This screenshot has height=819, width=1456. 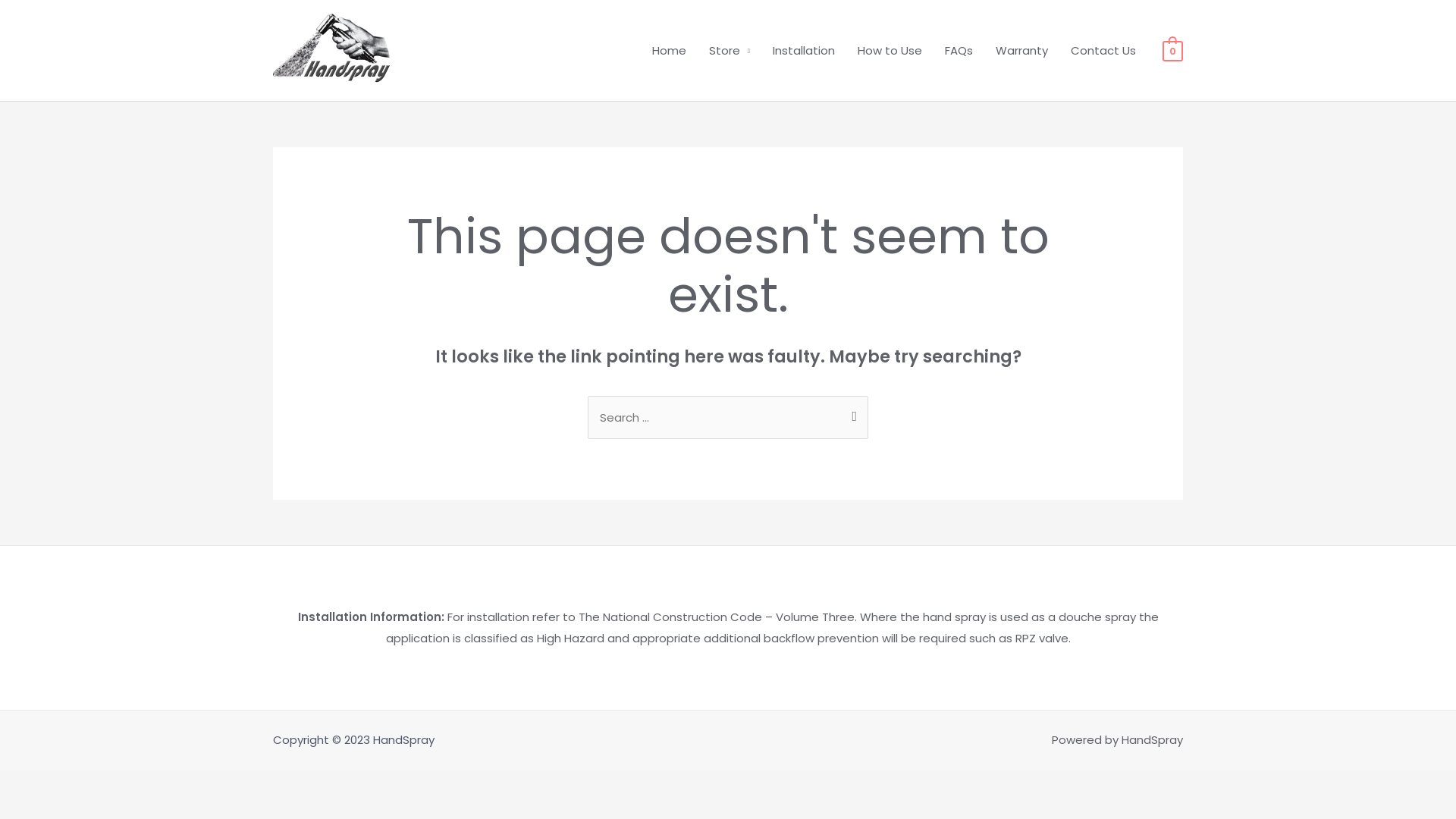 I want to click on 'Installation', so click(x=803, y=49).